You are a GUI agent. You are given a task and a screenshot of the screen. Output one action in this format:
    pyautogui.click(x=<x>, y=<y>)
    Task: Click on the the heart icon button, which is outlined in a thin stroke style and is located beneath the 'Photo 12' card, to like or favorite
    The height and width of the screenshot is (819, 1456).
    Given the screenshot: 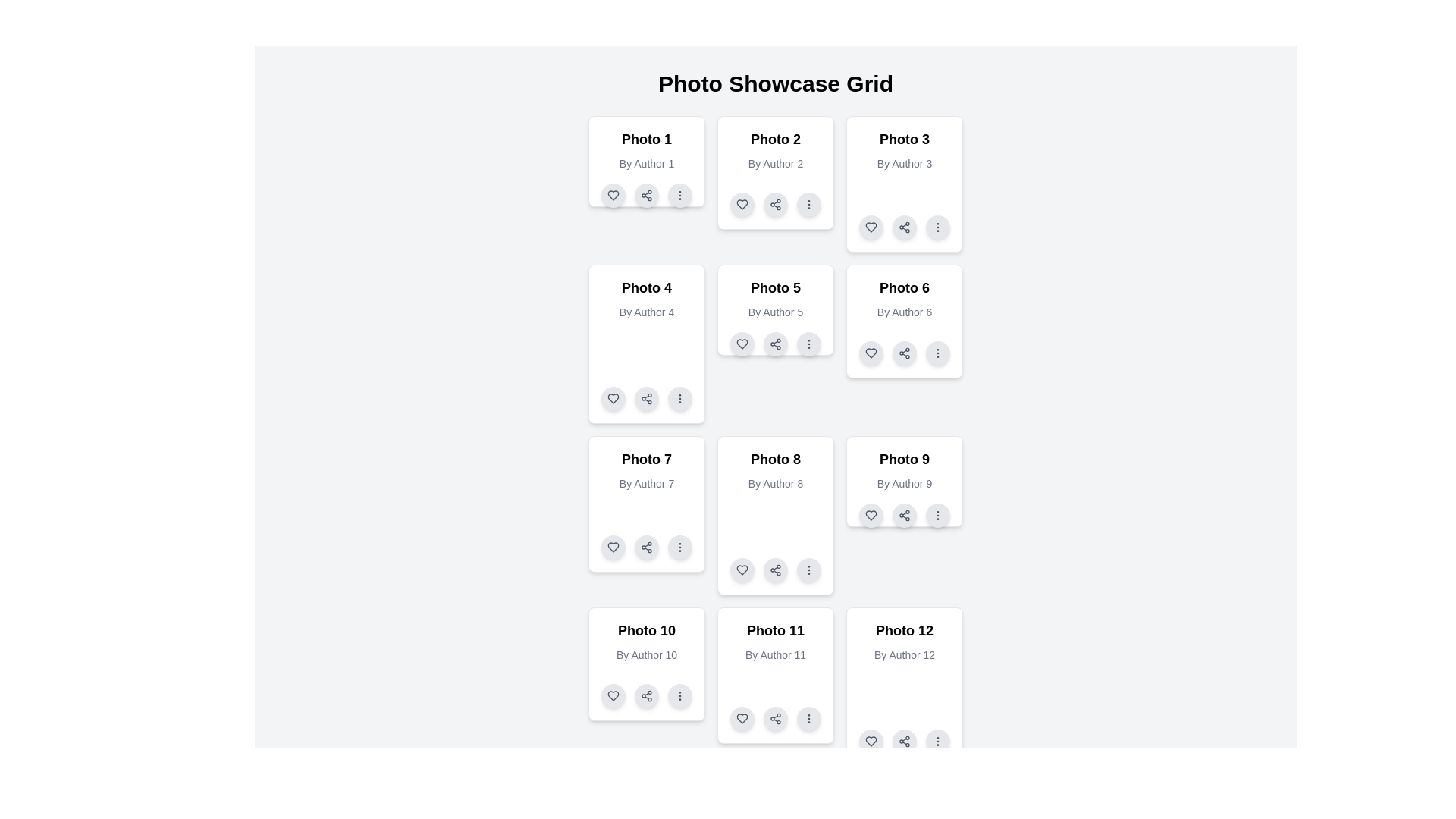 What is the action you would take?
    pyautogui.click(x=871, y=741)
    